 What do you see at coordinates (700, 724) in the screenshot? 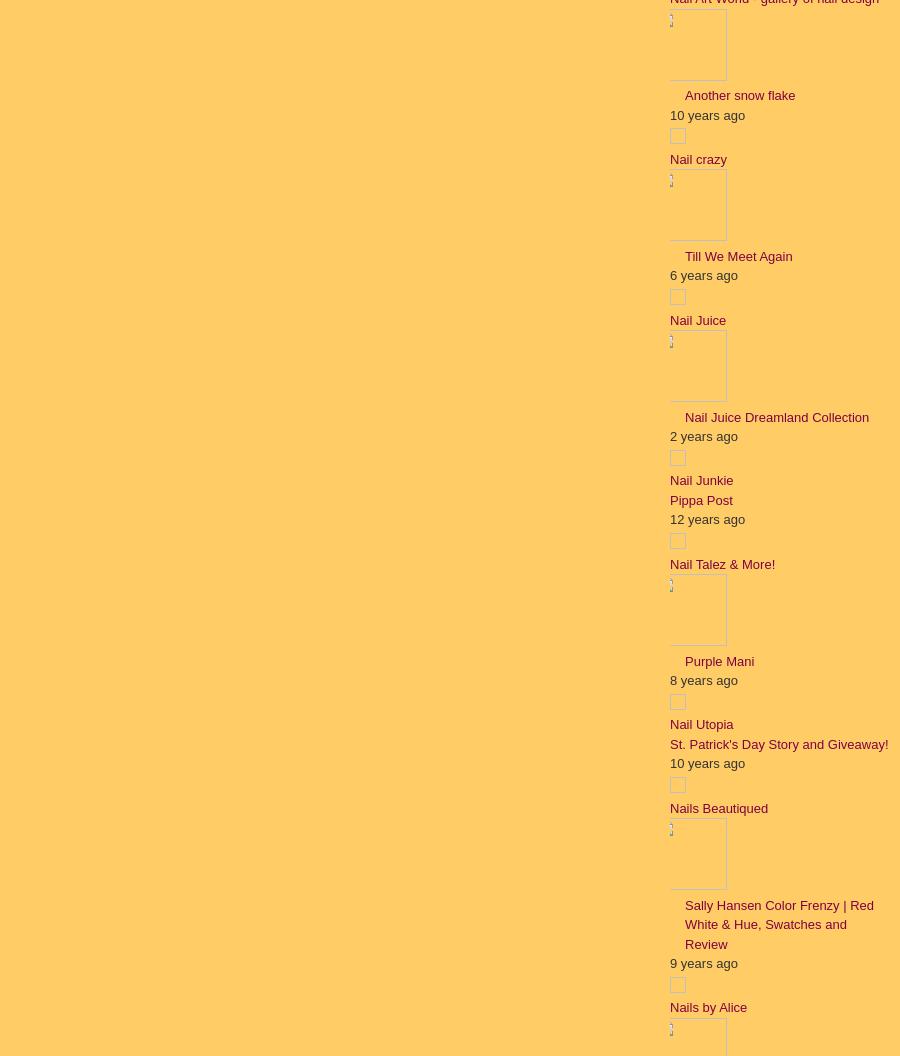
I see `'Nail Utopia'` at bounding box center [700, 724].